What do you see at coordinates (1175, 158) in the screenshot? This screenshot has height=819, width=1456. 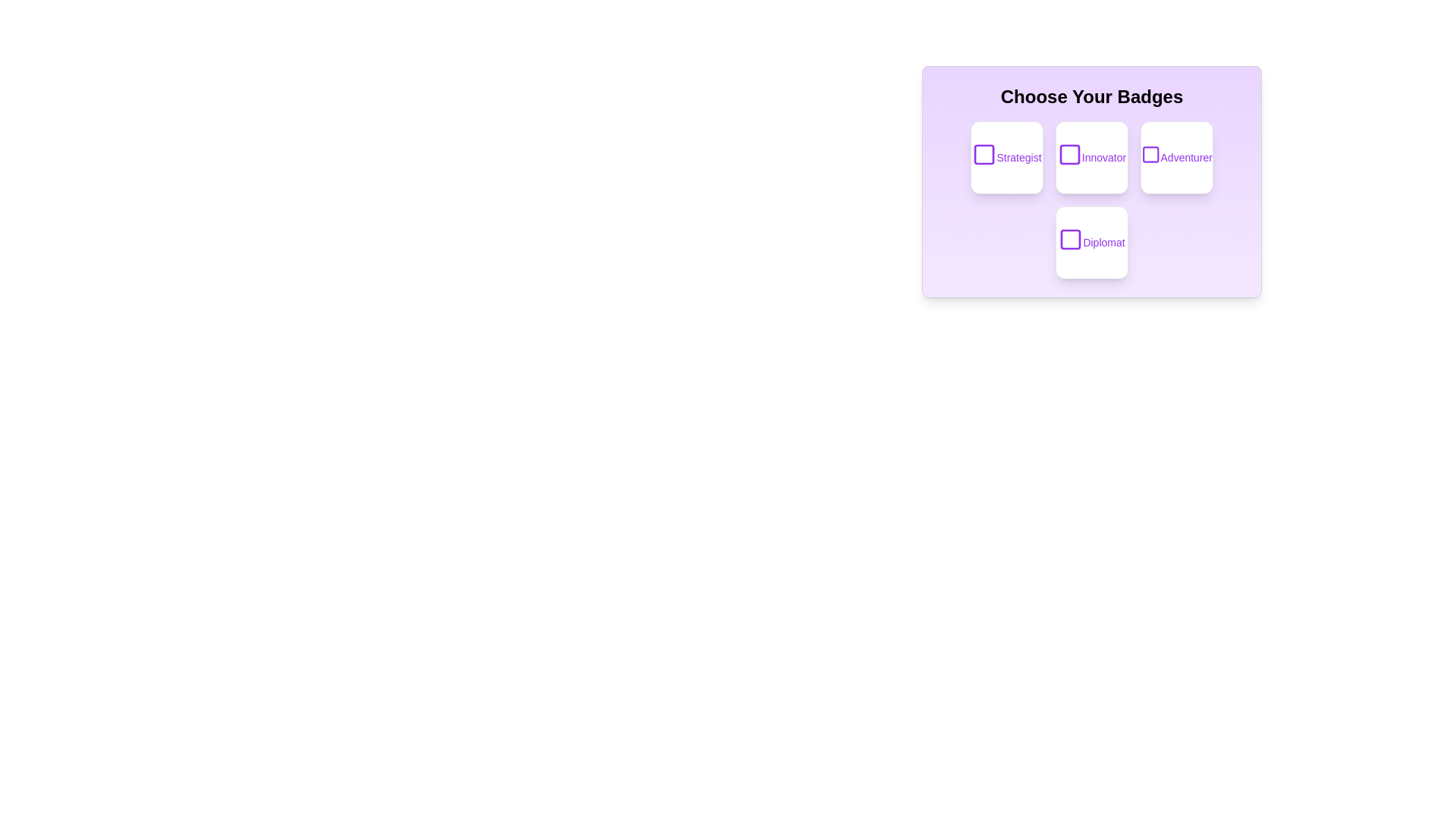 I see `the badge labeled 'Adventurer'` at bounding box center [1175, 158].